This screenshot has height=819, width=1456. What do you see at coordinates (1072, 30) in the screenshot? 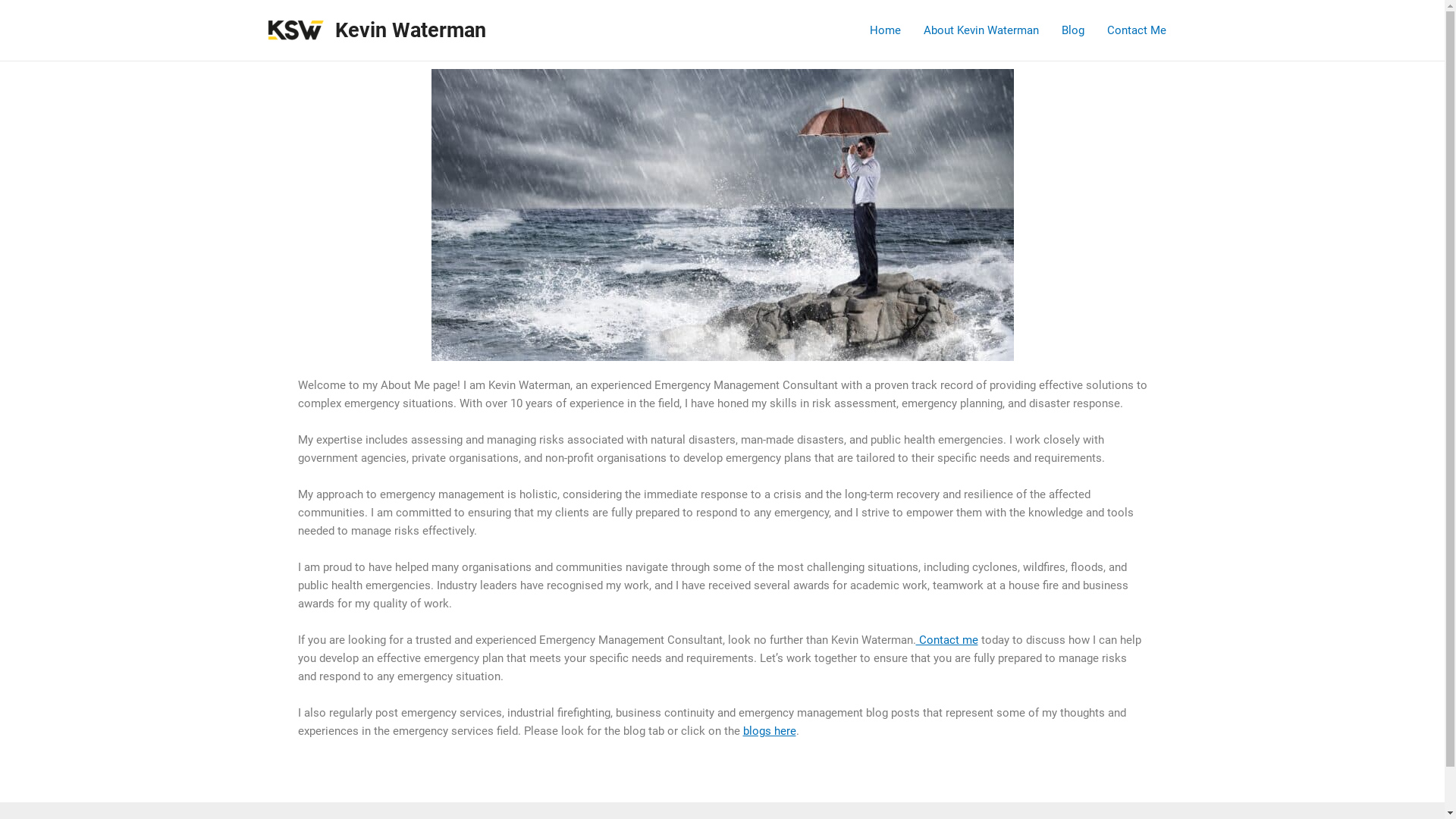
I see `'Blog'` at bounding box center [1072, 30].